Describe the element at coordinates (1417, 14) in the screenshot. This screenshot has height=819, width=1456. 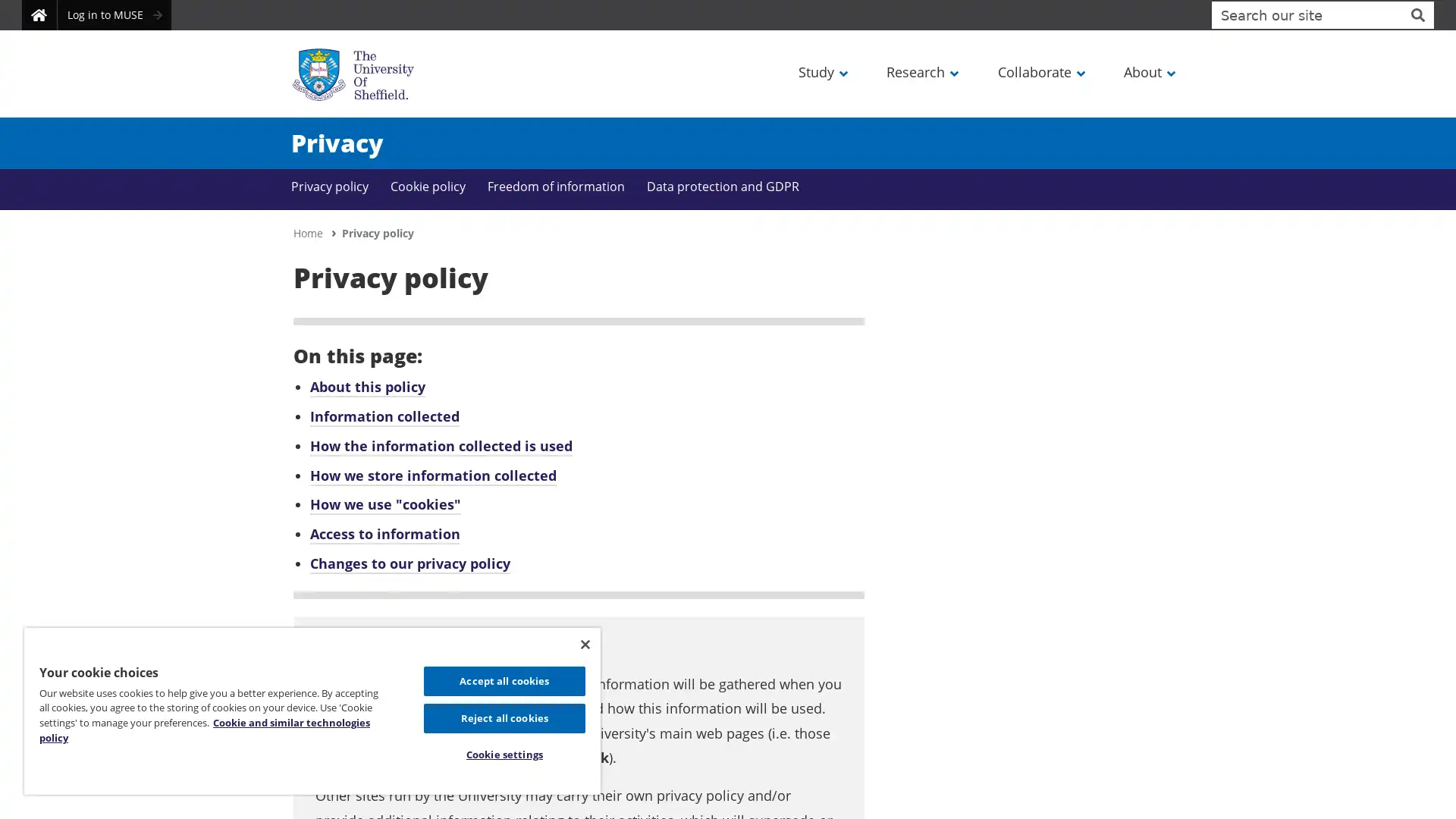
I see `Site search` at that location.